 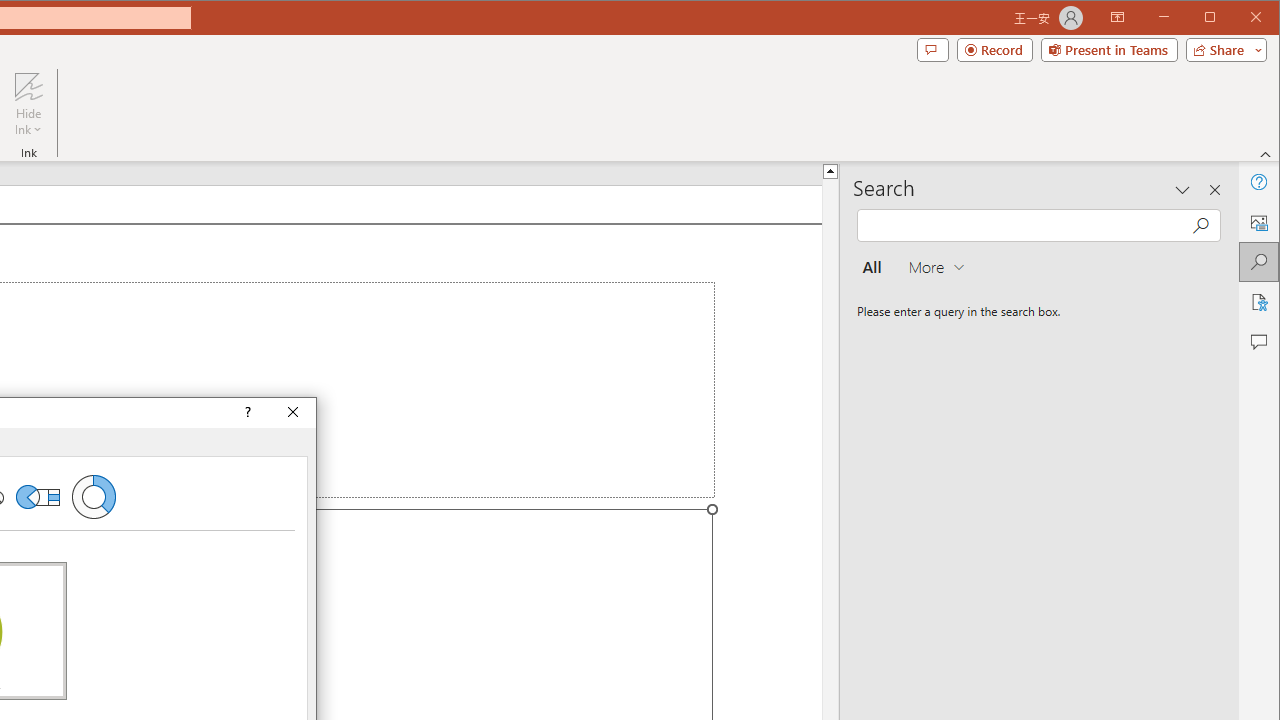 I want to click on 'Hide Ink', so click(x=28, y=85).